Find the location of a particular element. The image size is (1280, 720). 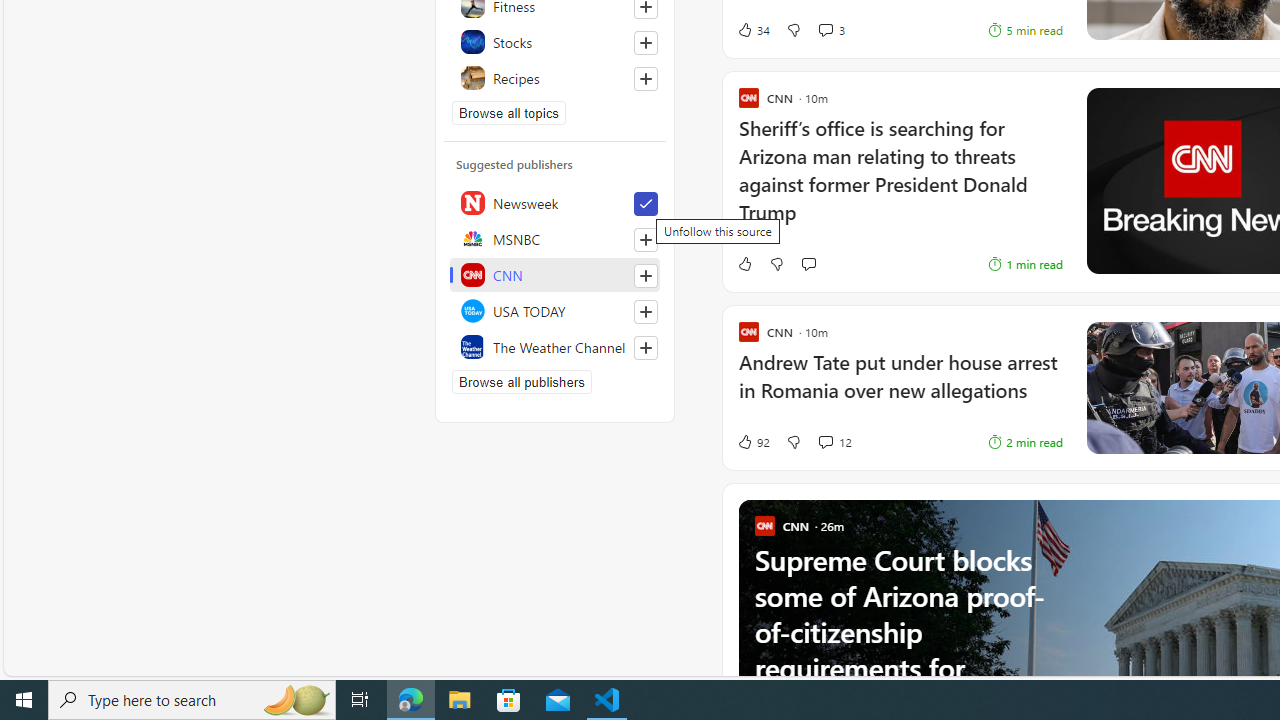

'USA TODAY' is located at coordinates (555, 311).